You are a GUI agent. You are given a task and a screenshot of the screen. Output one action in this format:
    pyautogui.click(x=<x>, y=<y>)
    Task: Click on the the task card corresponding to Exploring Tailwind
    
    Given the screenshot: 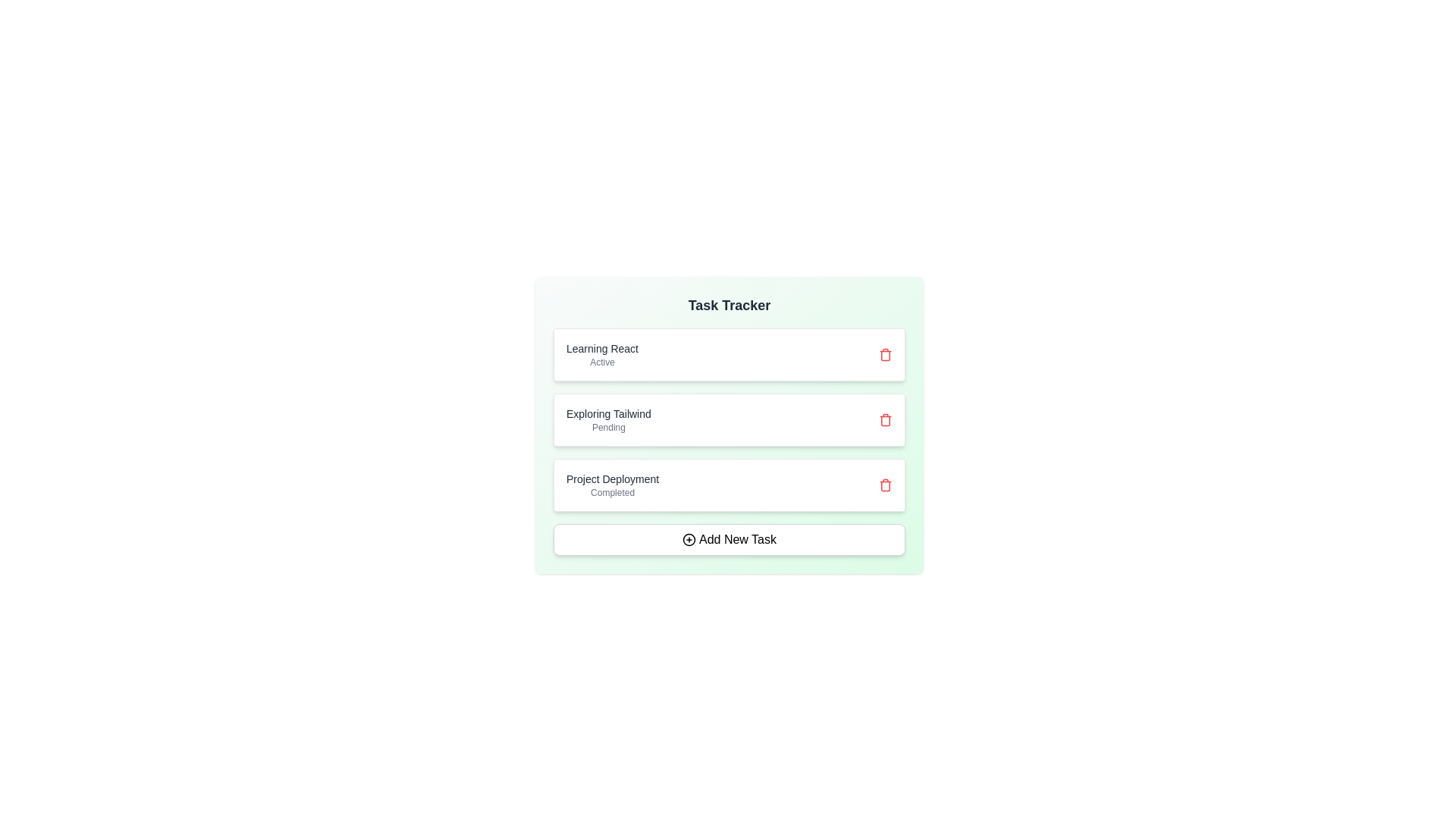 What is the action you would take?
    pyautogui.click(x=729, y=420)
    